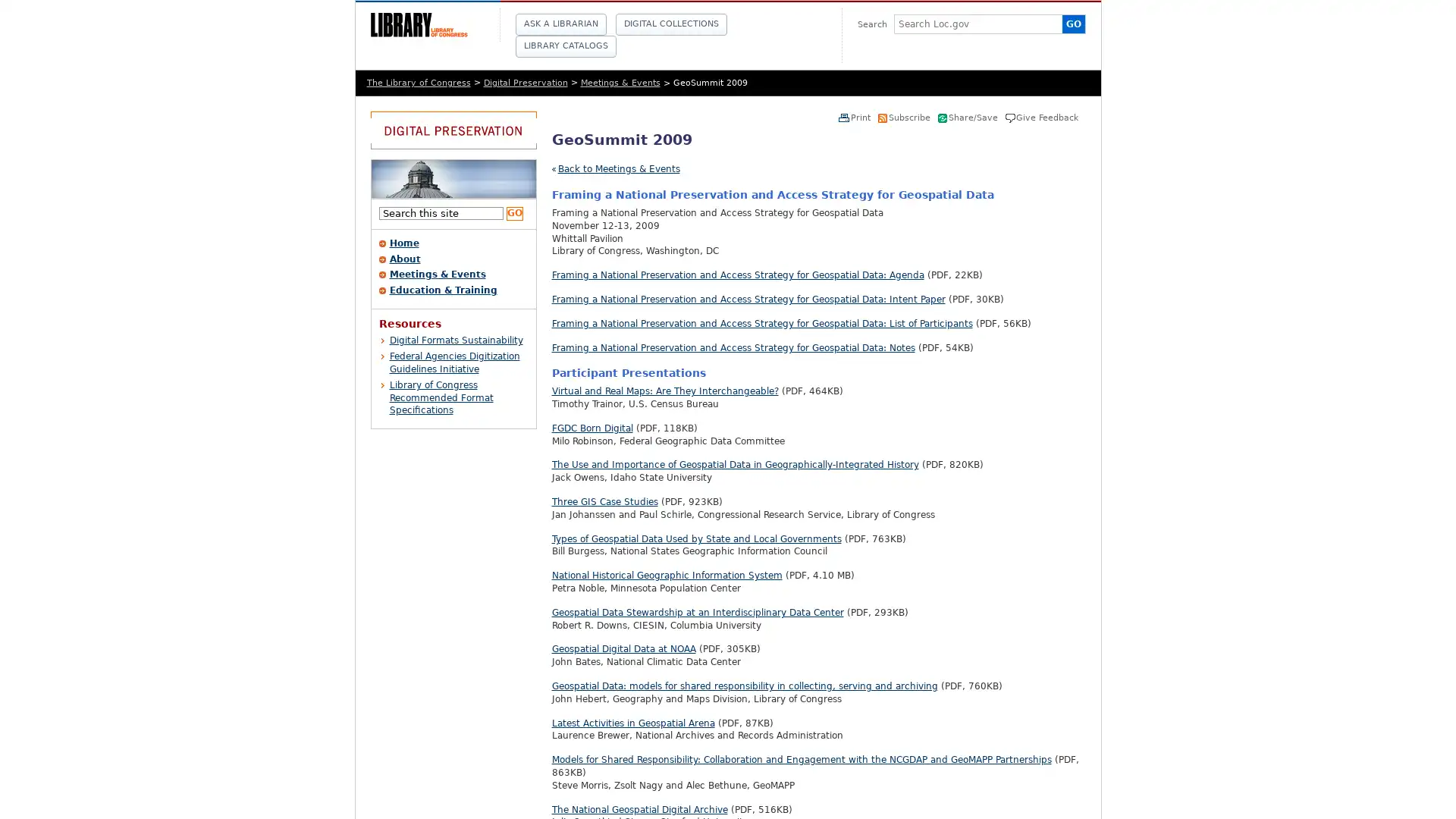 The image size is (1456, 819). What do you see at coordinates (1072, 24) in the screenshot?
I see `GO` at bounding box center [1072, 24].